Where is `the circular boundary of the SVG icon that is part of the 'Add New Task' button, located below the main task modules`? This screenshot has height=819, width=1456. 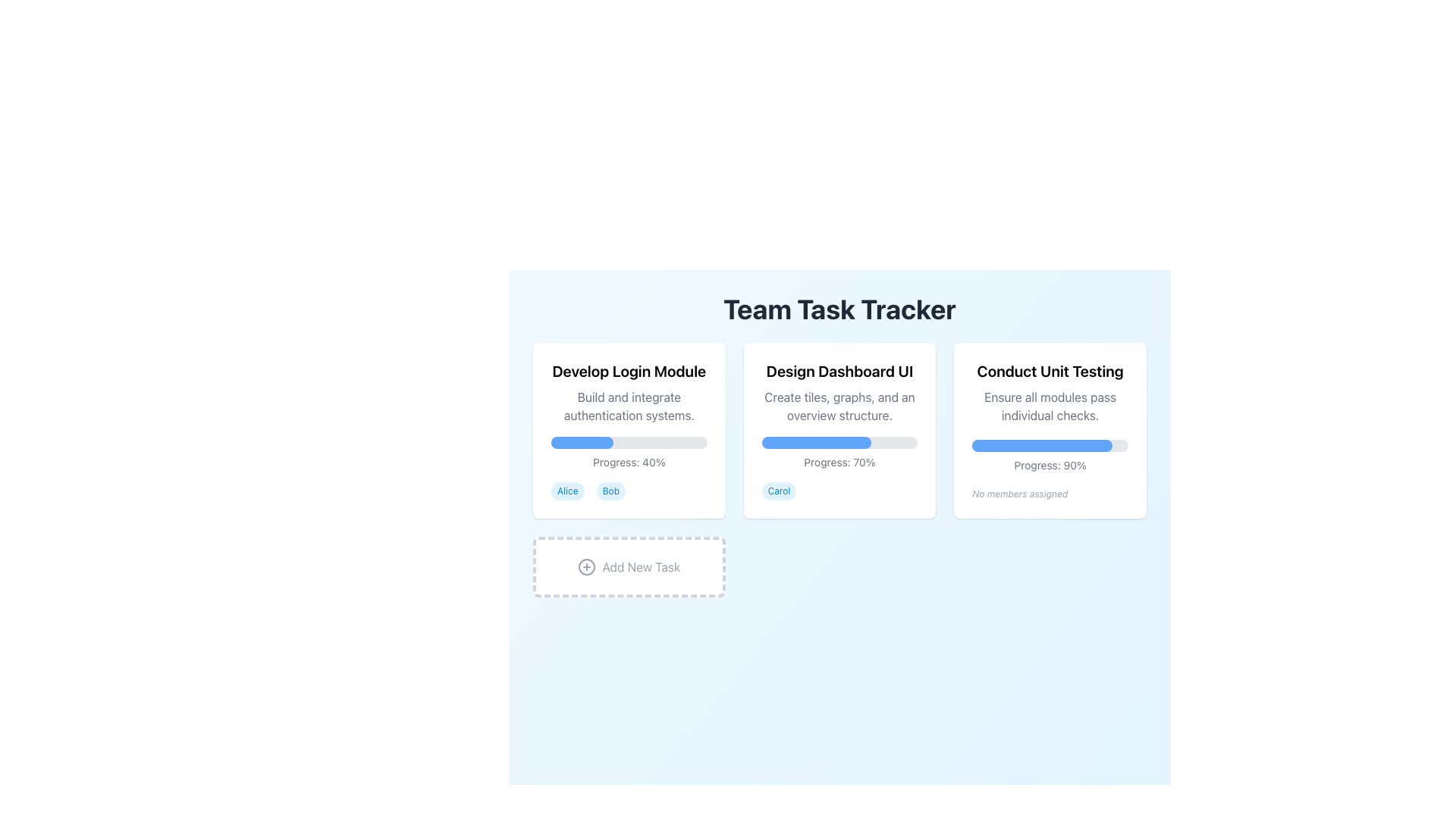 the circular boundary of the SVG icon that is part of the 'Add New Task' button, located below the main task modules is located at coordinates (586, 567).